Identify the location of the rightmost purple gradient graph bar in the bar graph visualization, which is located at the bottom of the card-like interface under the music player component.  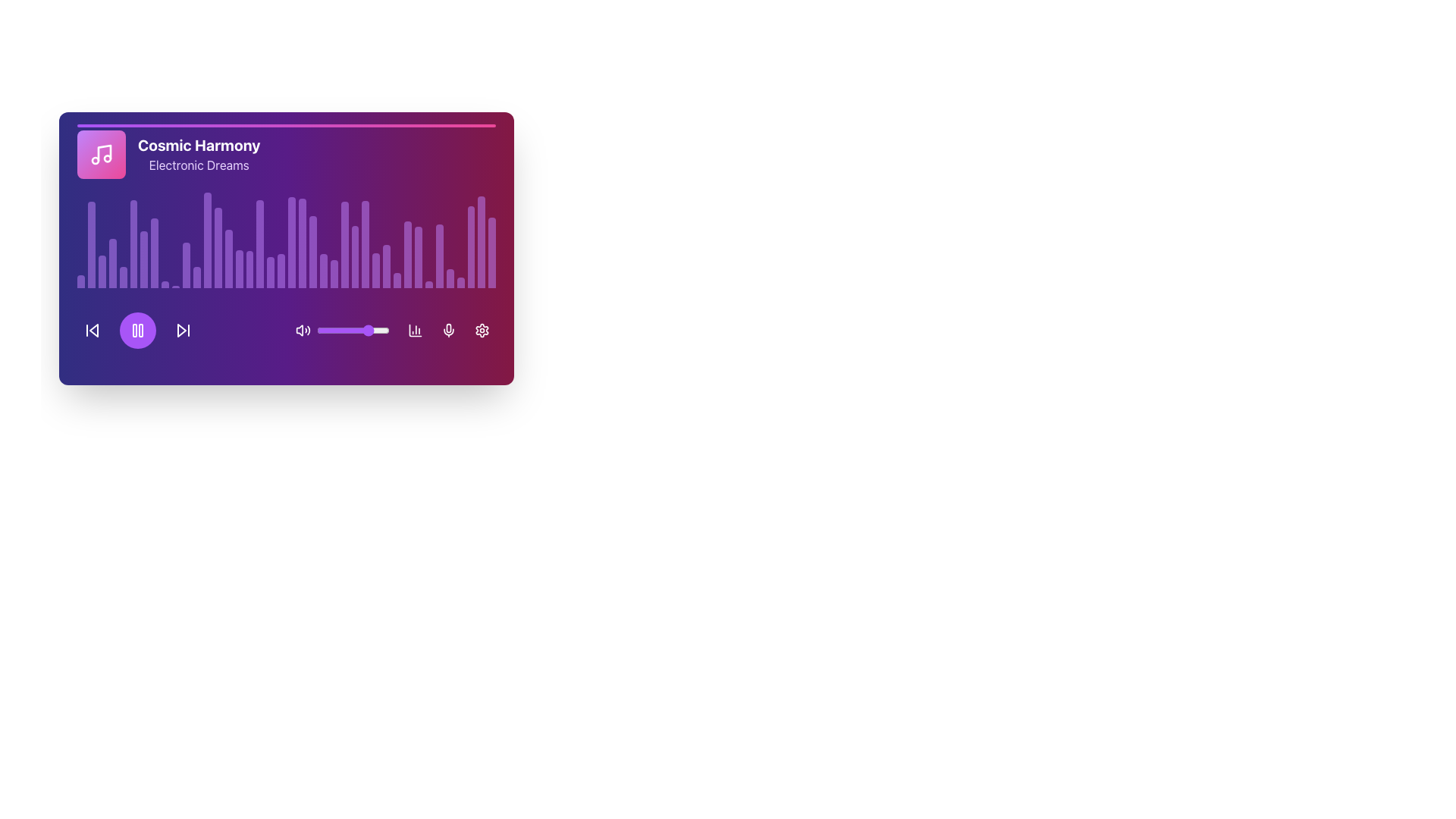
(481, 241).